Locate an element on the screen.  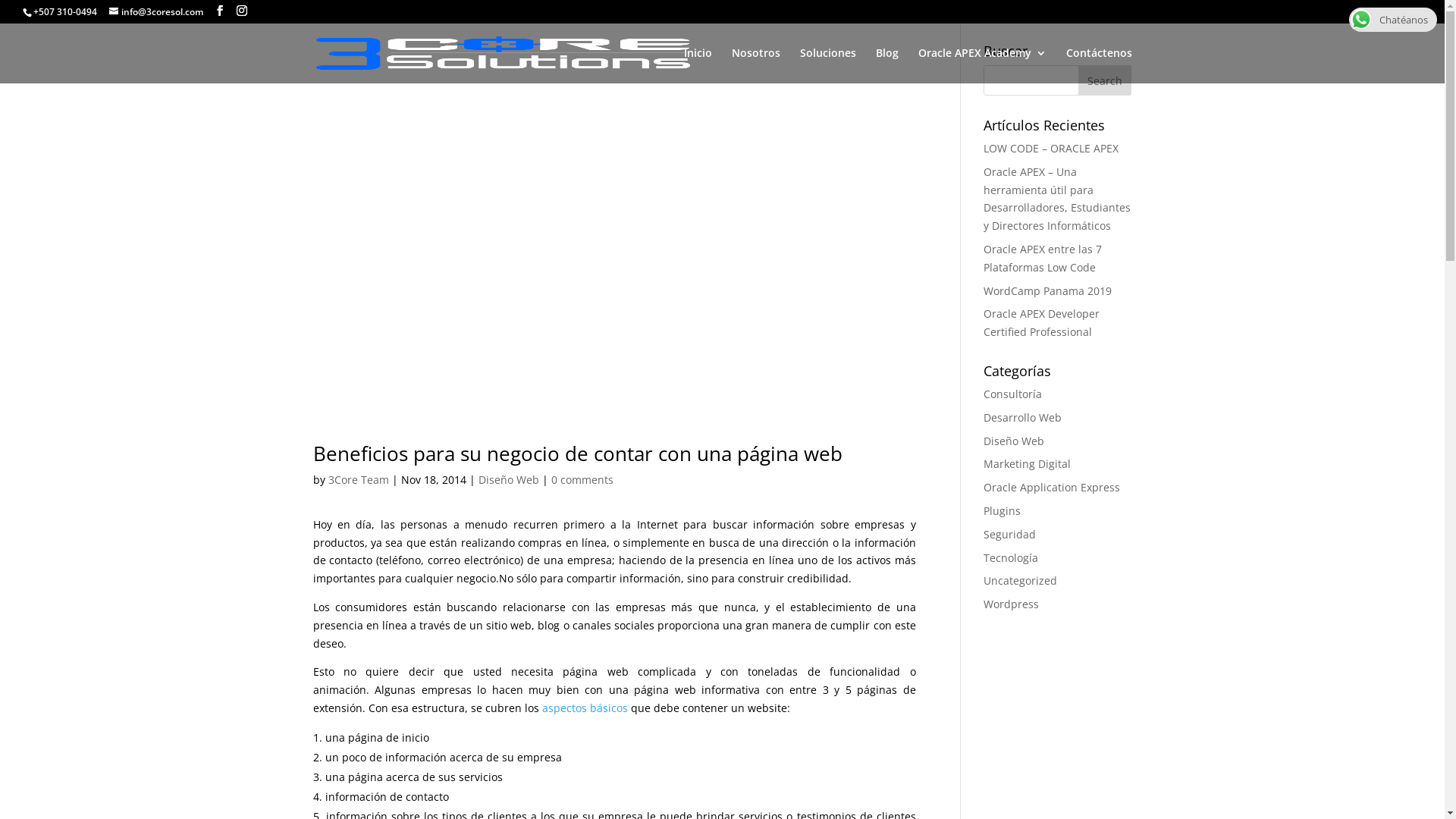
'Blog' is located at coordinates (886, 64).